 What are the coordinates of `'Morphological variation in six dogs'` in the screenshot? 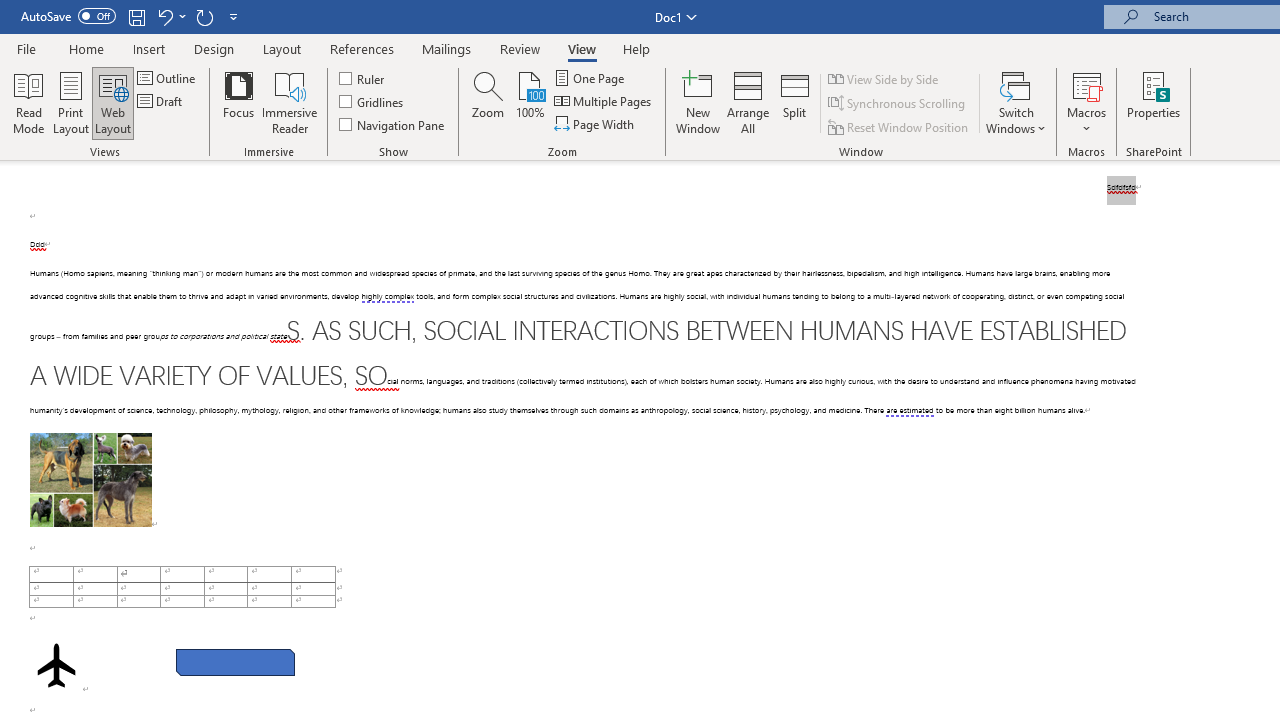 It's located at (89, 479).